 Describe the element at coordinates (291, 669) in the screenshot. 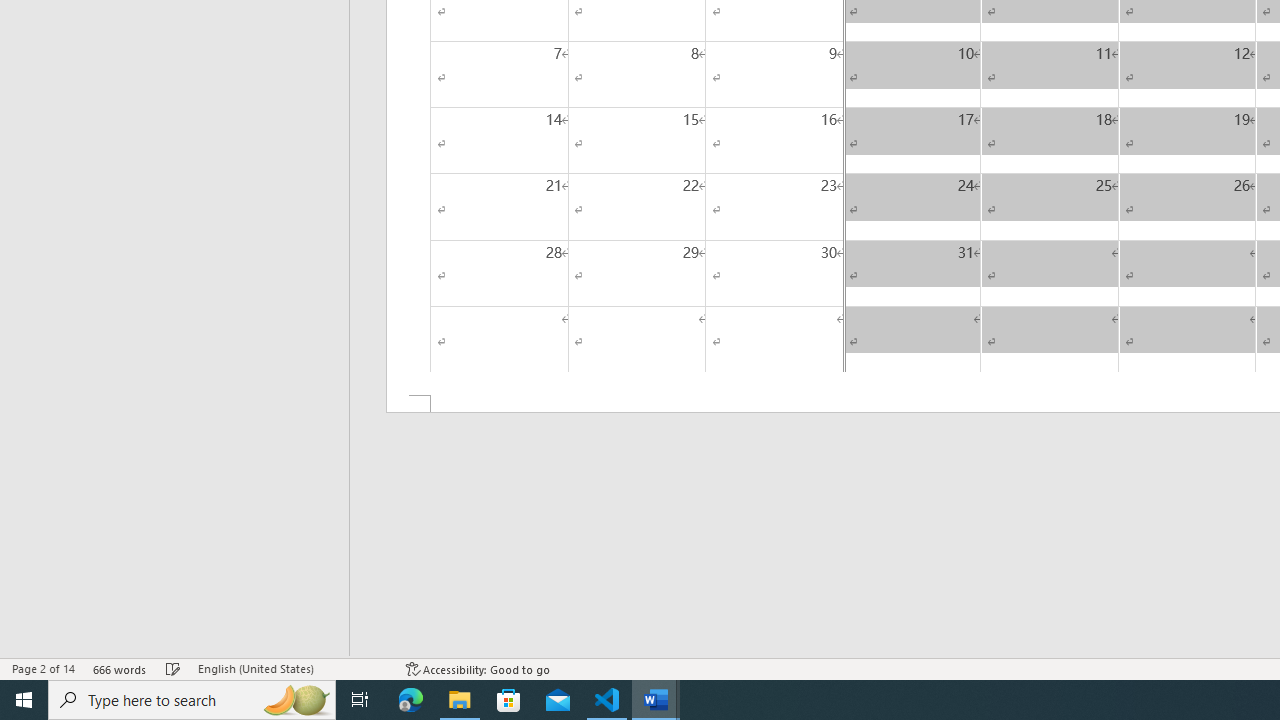

I see `'Language English (United States)'` at that location.